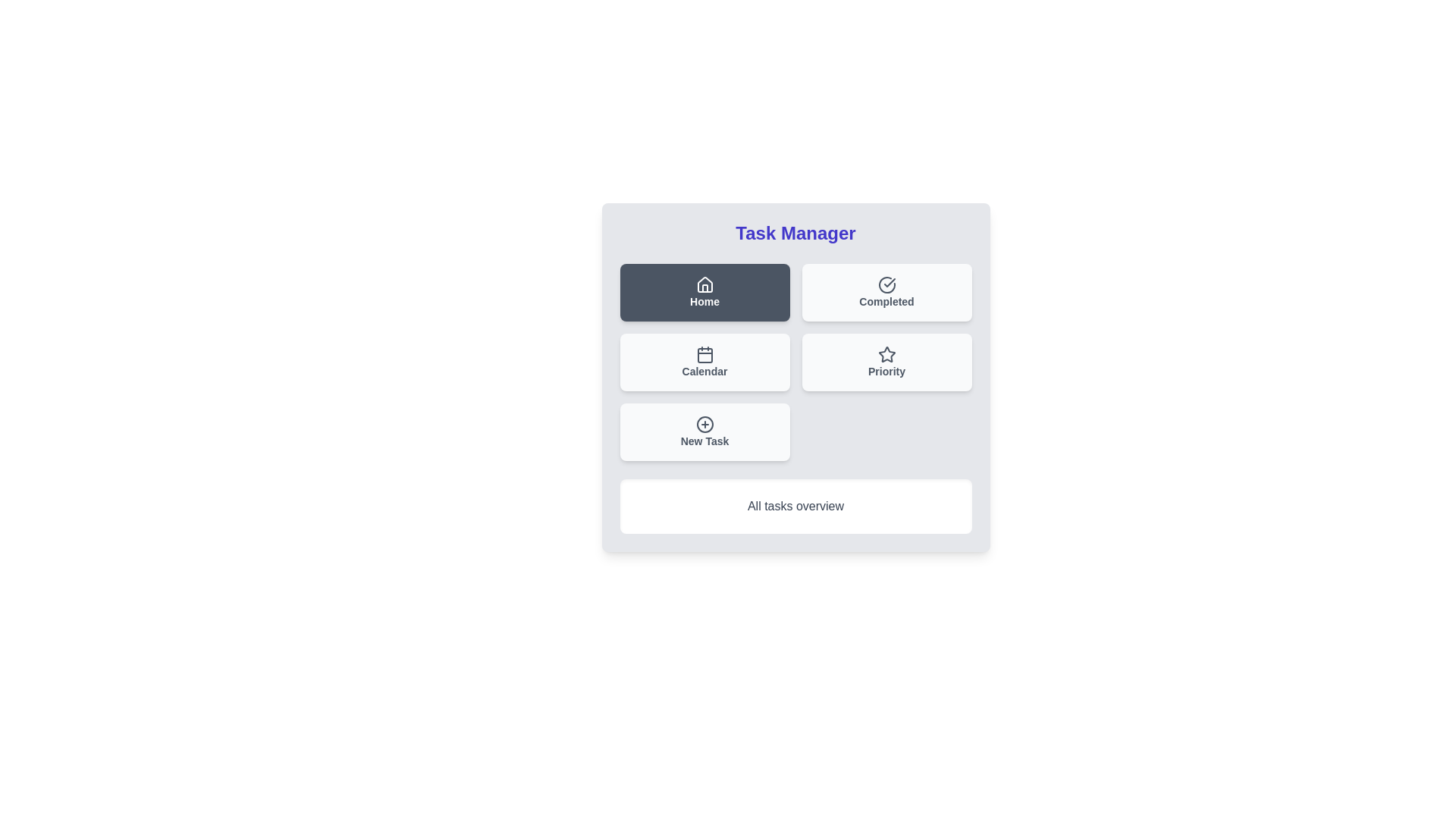  Describe the element at coordinates (704, 292) in the screenshot. I see `the 'Home' navigation button located at the top-left corner of the grid` at that location.